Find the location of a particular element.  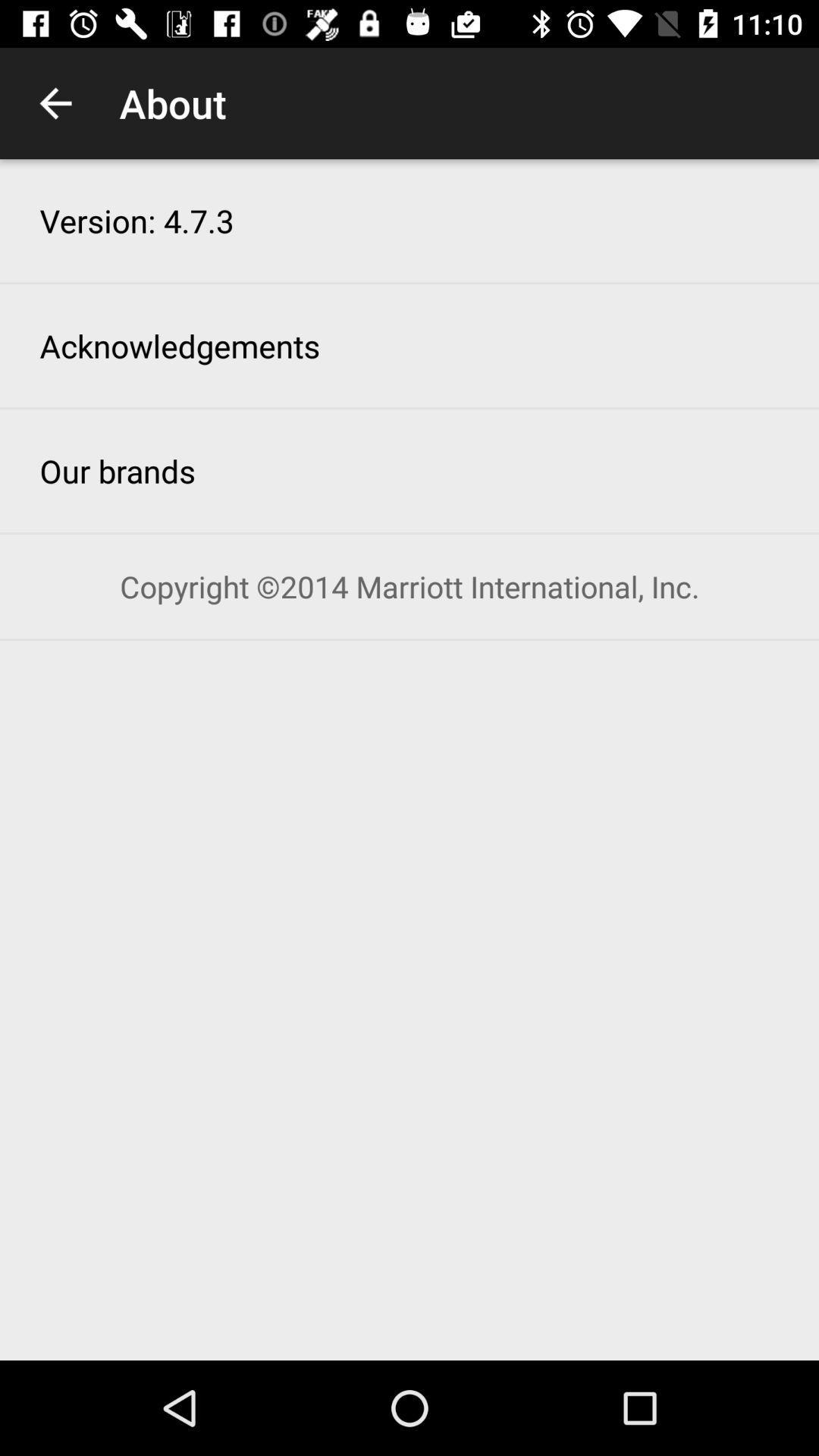

acknowledgements is located at coordinates (179, 345).